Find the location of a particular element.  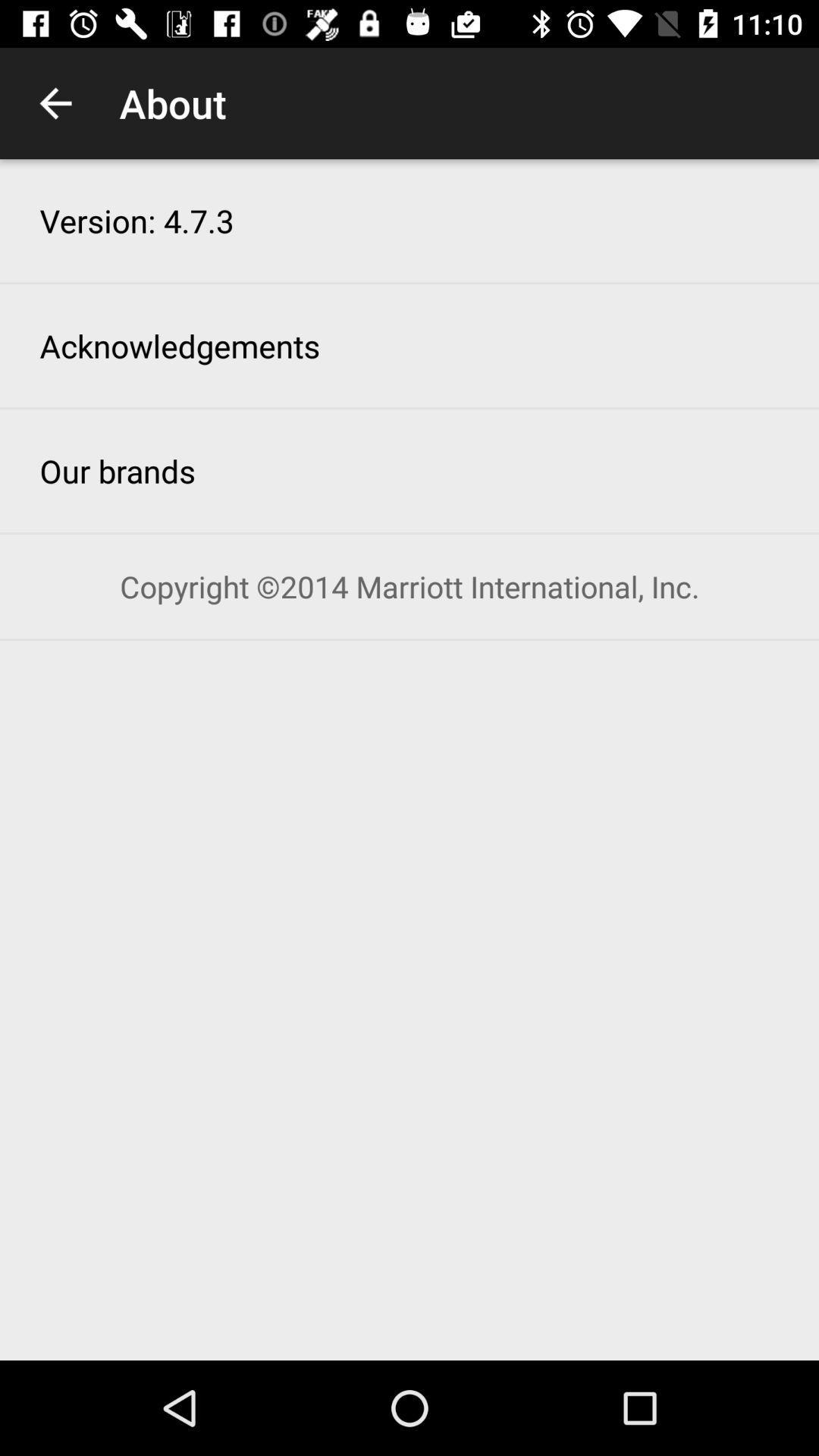

acknowledgements is located at coordinates (179, 345).